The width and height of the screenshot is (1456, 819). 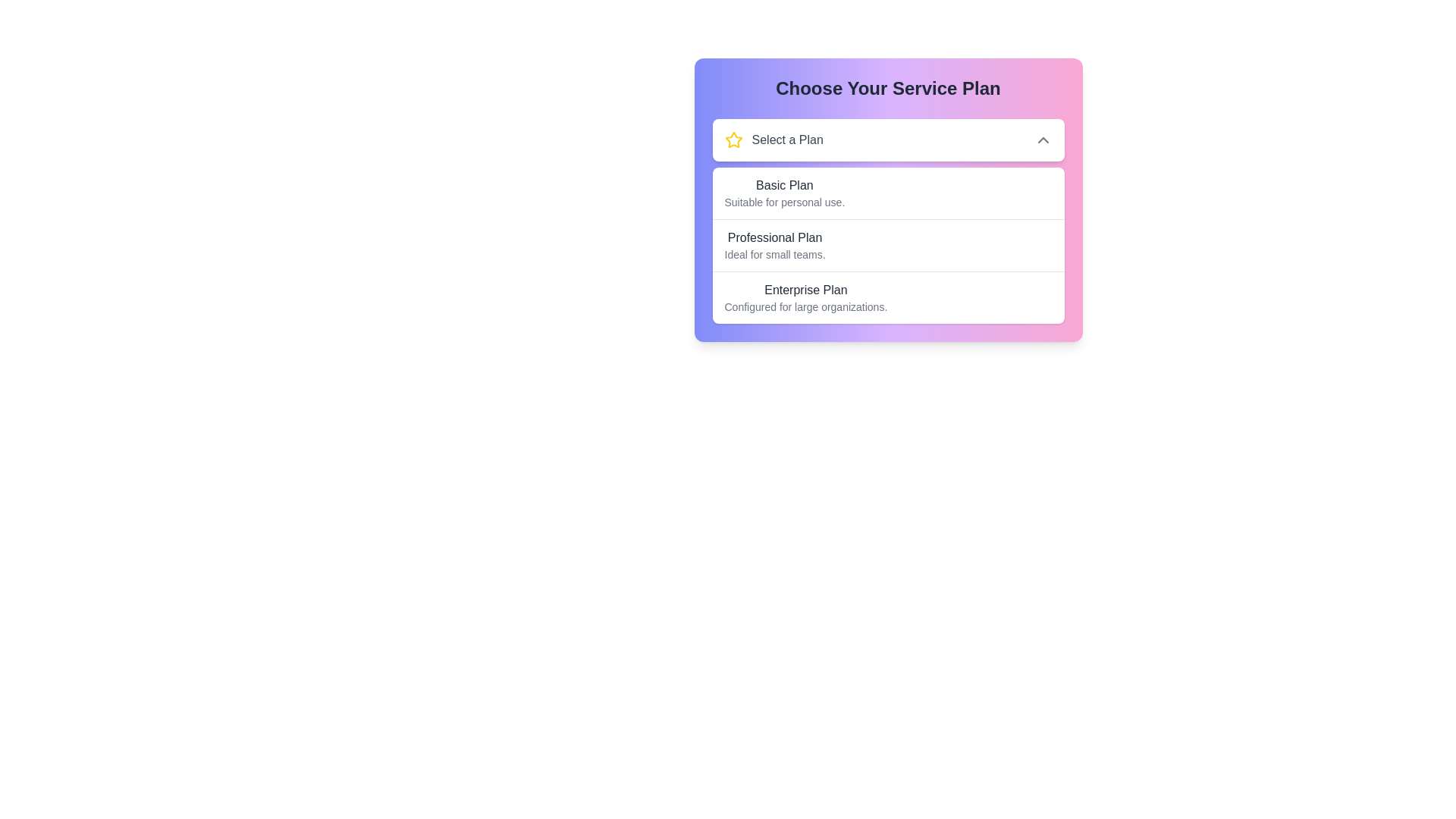 What do you see at coordinates (773, 140) in the screenshot?
I see `the dropdown selector title element that features a yellow star icon and the text 'Select a Plan' to navigate through the keyboard` at bounding box center [773, 140].